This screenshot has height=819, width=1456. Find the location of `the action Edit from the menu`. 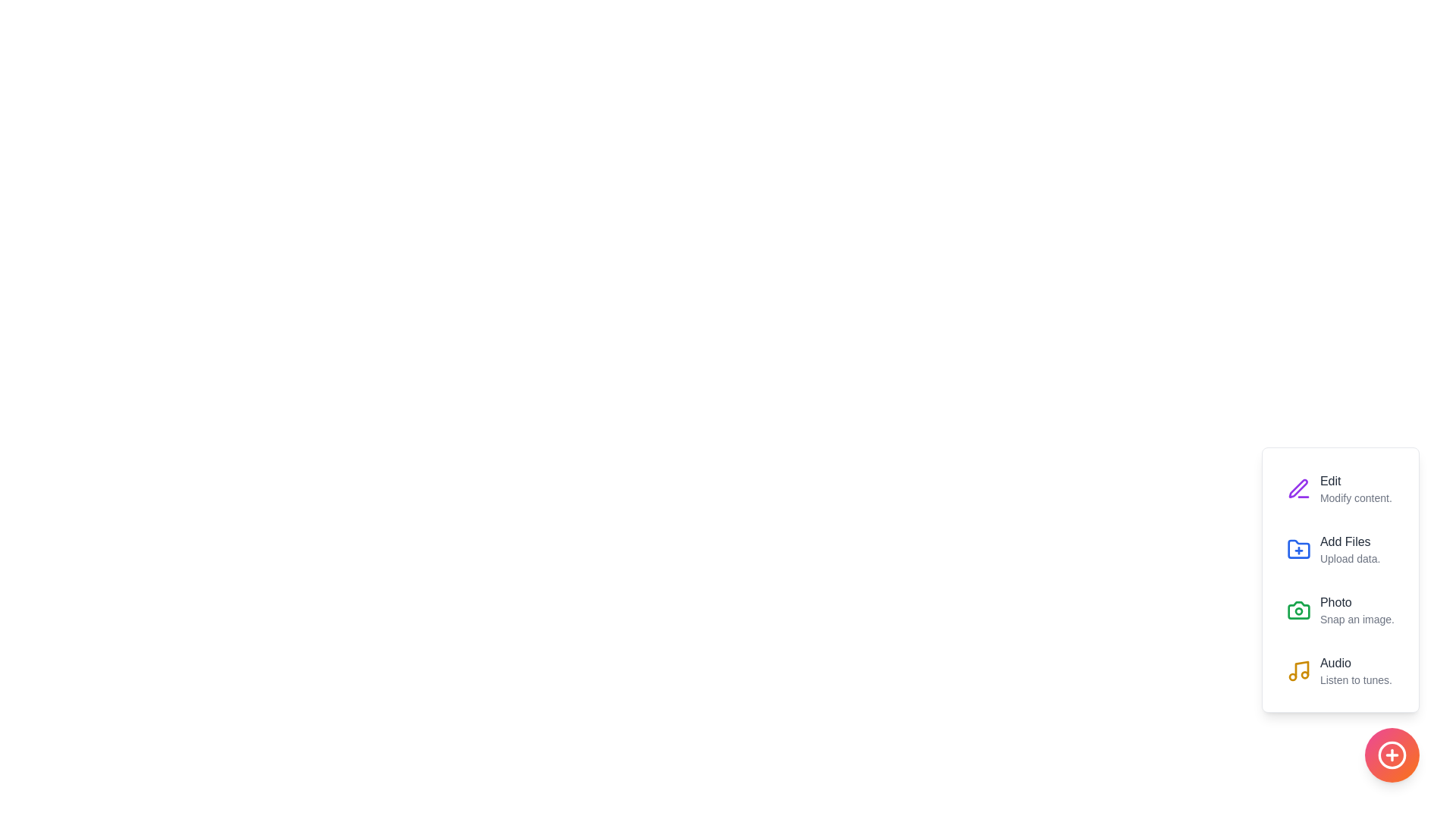

the action Edit from the menu is located at coordinates (1298, 488).